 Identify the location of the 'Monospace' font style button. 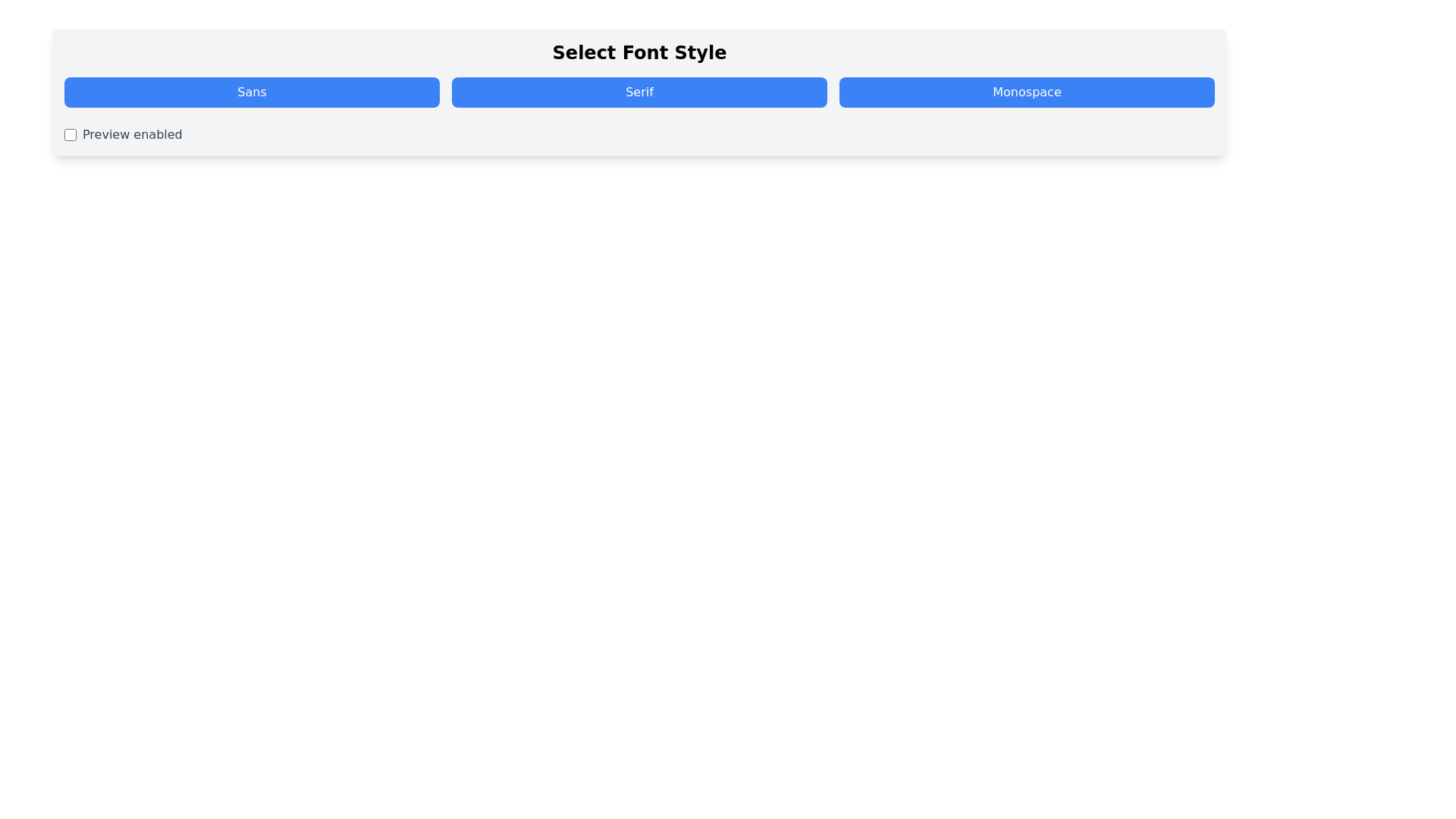
(1027, 93).